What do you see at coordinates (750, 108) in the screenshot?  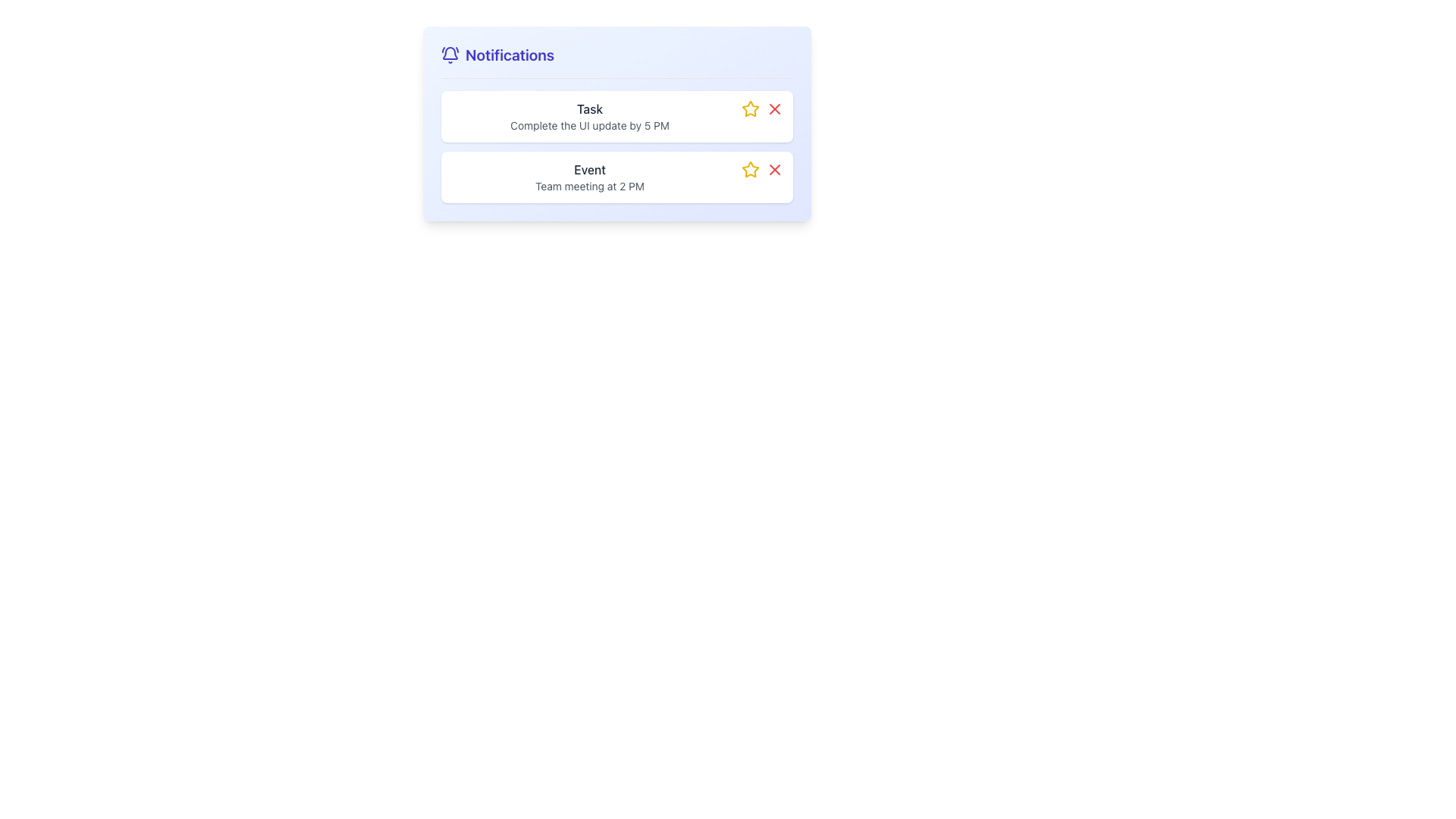 I see `the small star icon with a yellow outline located at the right side of the notification card labeled 'Event'` at bounding box center [750, 108].